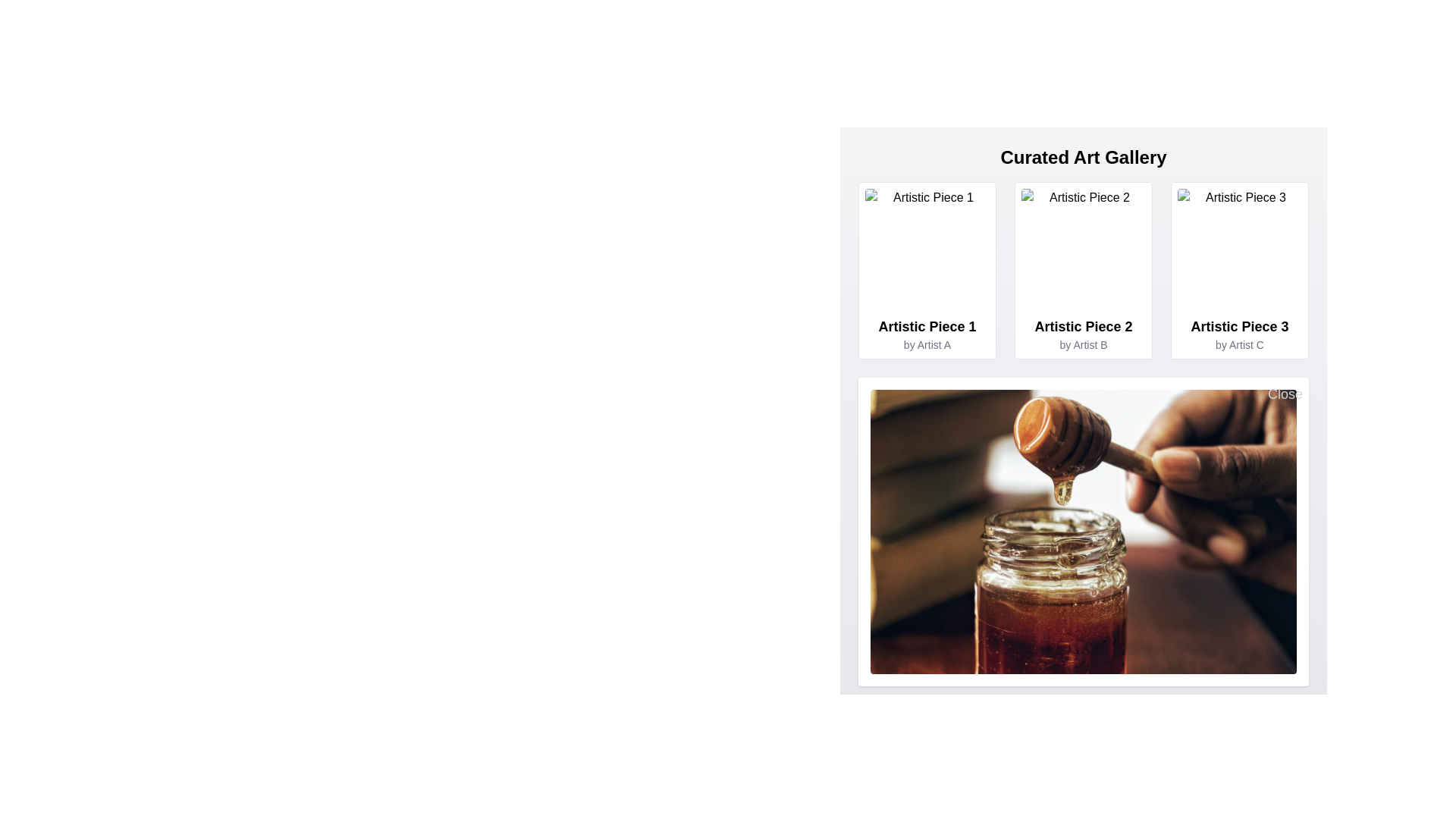  What do you see at coordinates (1240, 326) in the screenshot?
I see `the title text 'Artistic Piece 3' displayed in bold, large font within the third card of the 'Curated Art Gallery' section` at bounding box center [1240, 326].